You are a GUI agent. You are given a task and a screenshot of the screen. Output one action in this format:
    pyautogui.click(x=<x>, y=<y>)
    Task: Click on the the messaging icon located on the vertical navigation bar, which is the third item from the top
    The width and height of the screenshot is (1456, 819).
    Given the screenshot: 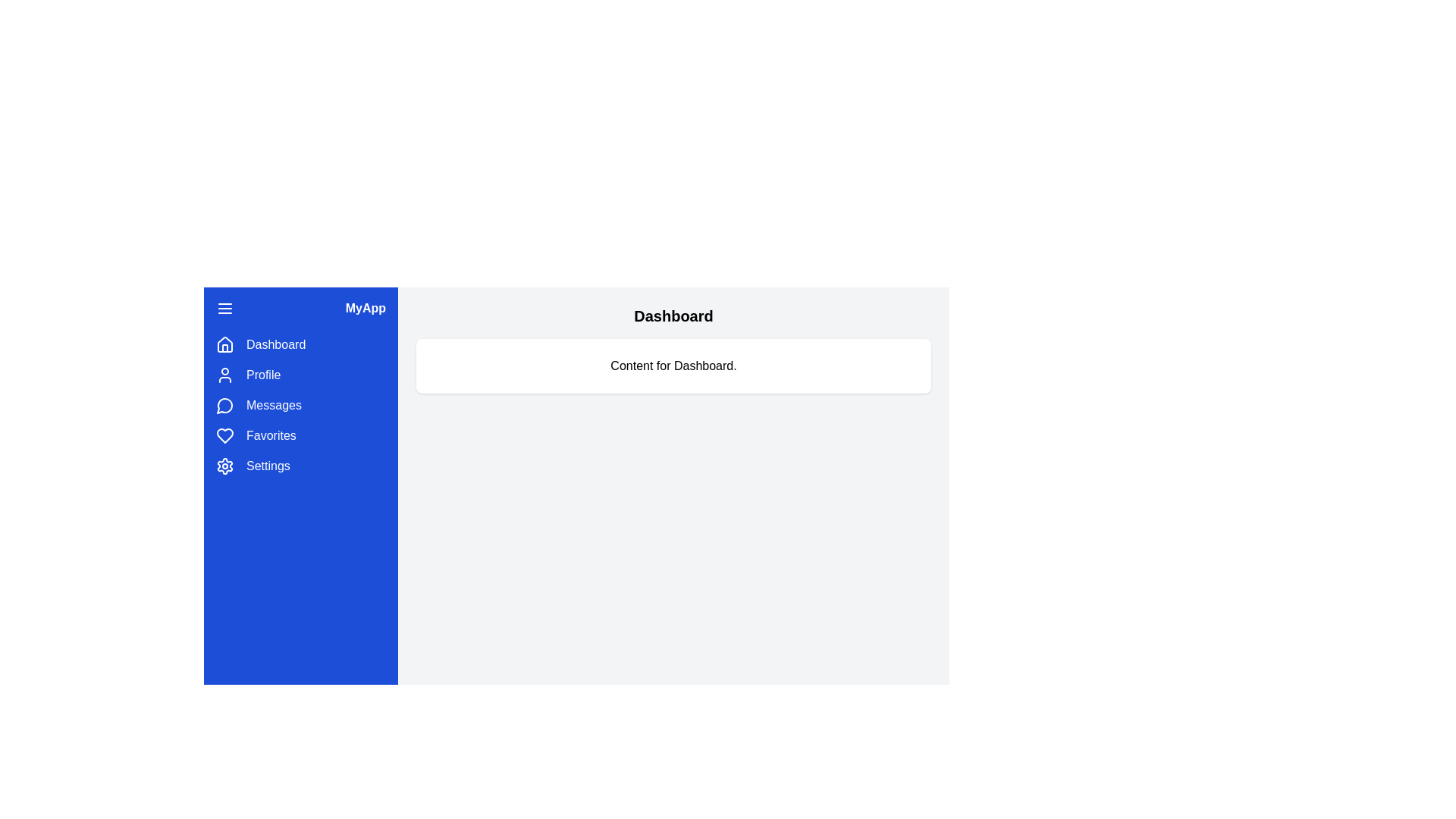 What is the action you would take?
    pyautogui.click(x=224, y=405)
    